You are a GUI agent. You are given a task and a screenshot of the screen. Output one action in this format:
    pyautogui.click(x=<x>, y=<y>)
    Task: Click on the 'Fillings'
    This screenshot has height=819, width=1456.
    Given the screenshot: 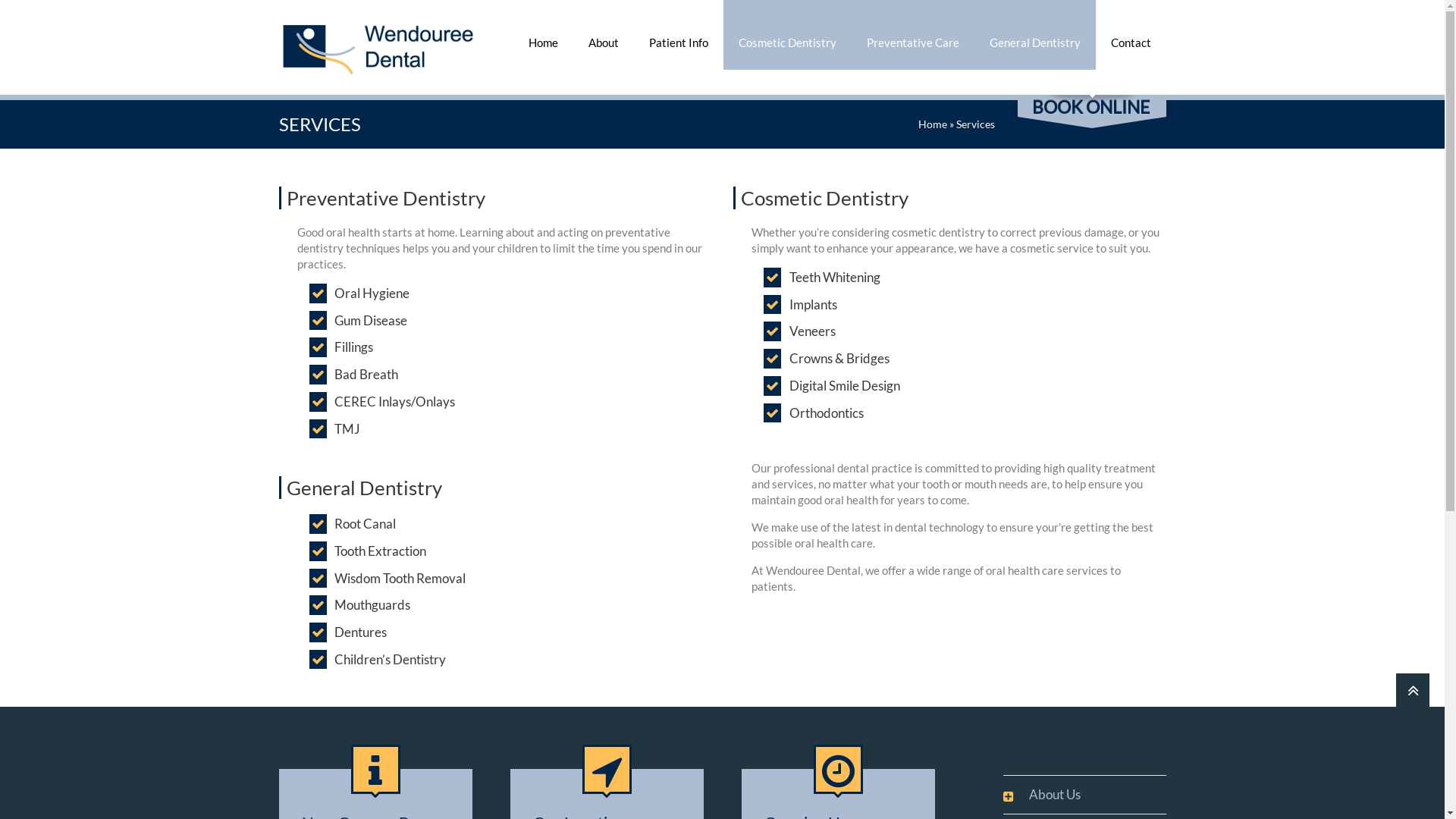 What is the action you would take?
    pyautogui.click(x=334, y=347)
    